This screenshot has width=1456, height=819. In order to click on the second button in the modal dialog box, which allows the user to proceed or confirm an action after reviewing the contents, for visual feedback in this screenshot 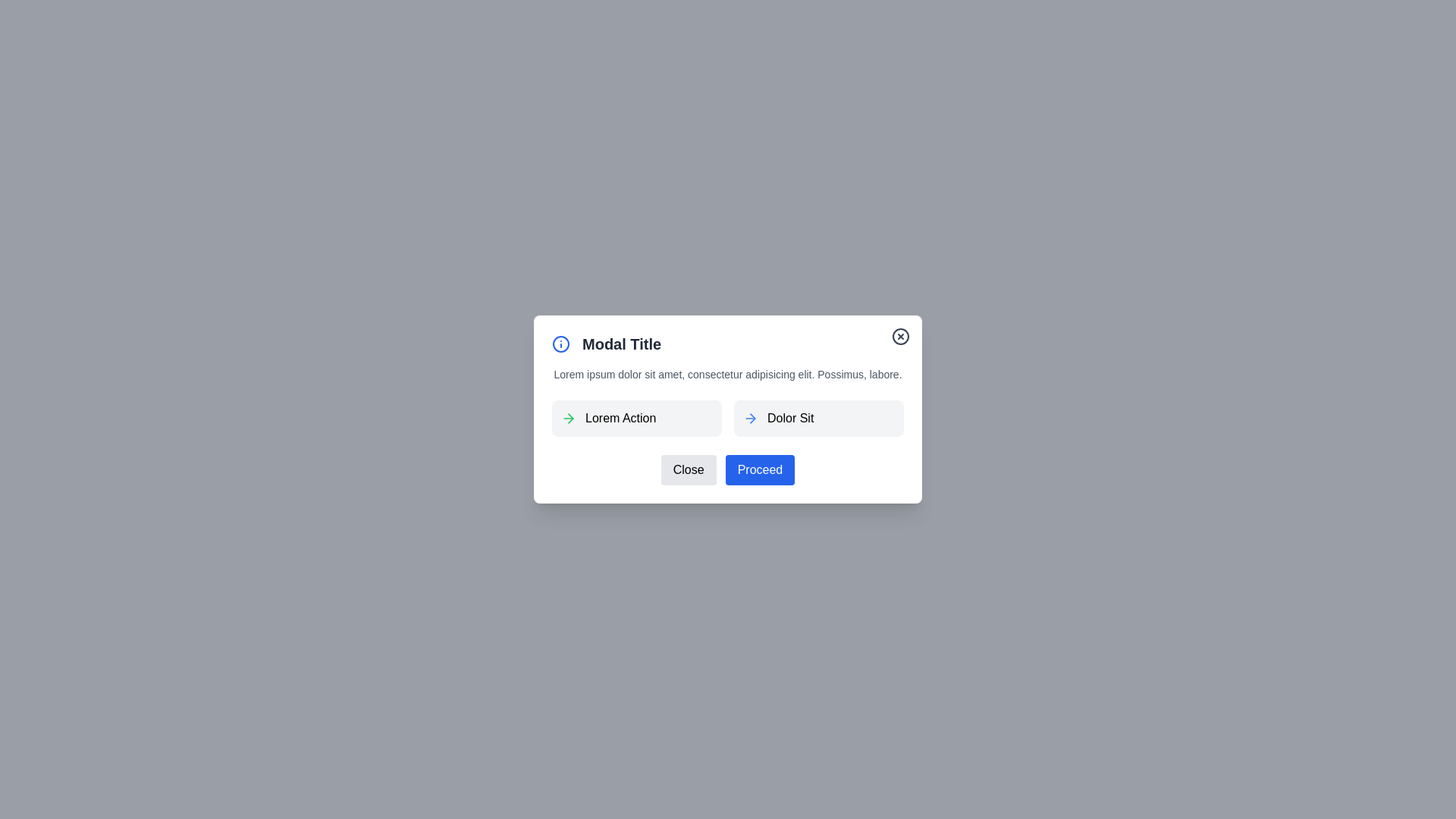, I will do `click(760, 469)`.